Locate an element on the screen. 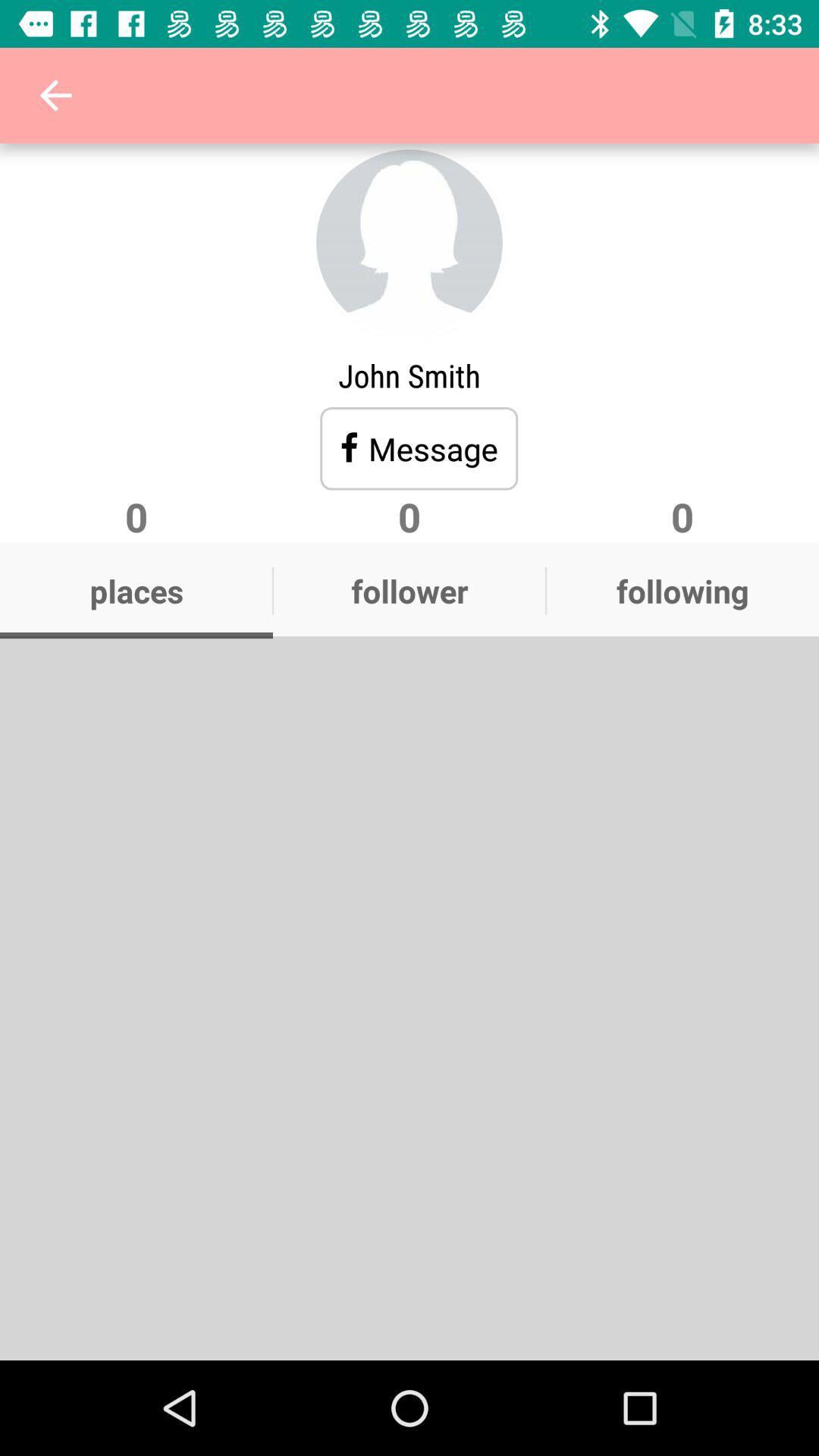 The height and width of the screenshot is (1456, 819). following app is located at coordinates (681, 590).